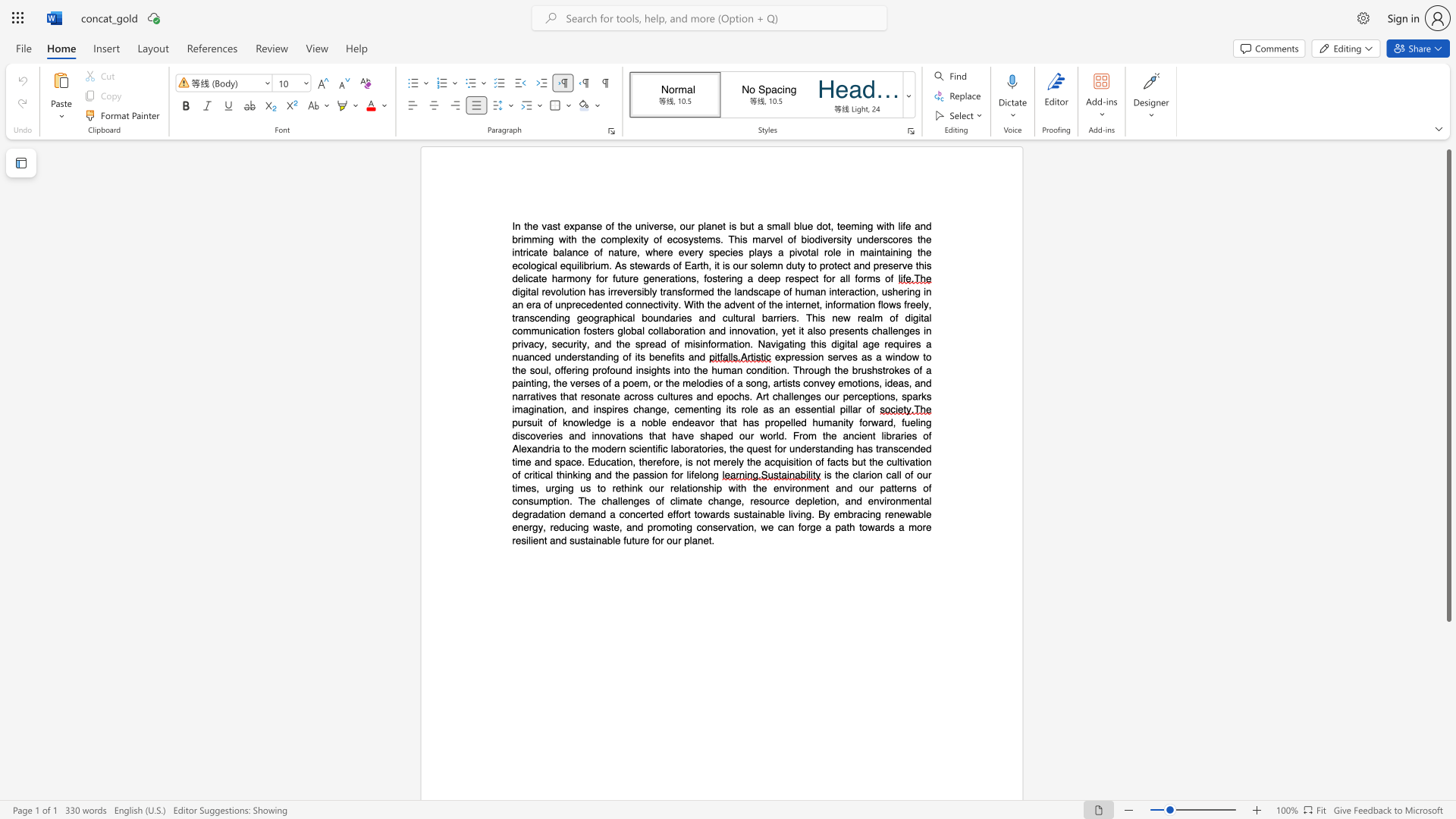  I want to click on the scrollbar and move down 110 pixels, so click(1448, 384).